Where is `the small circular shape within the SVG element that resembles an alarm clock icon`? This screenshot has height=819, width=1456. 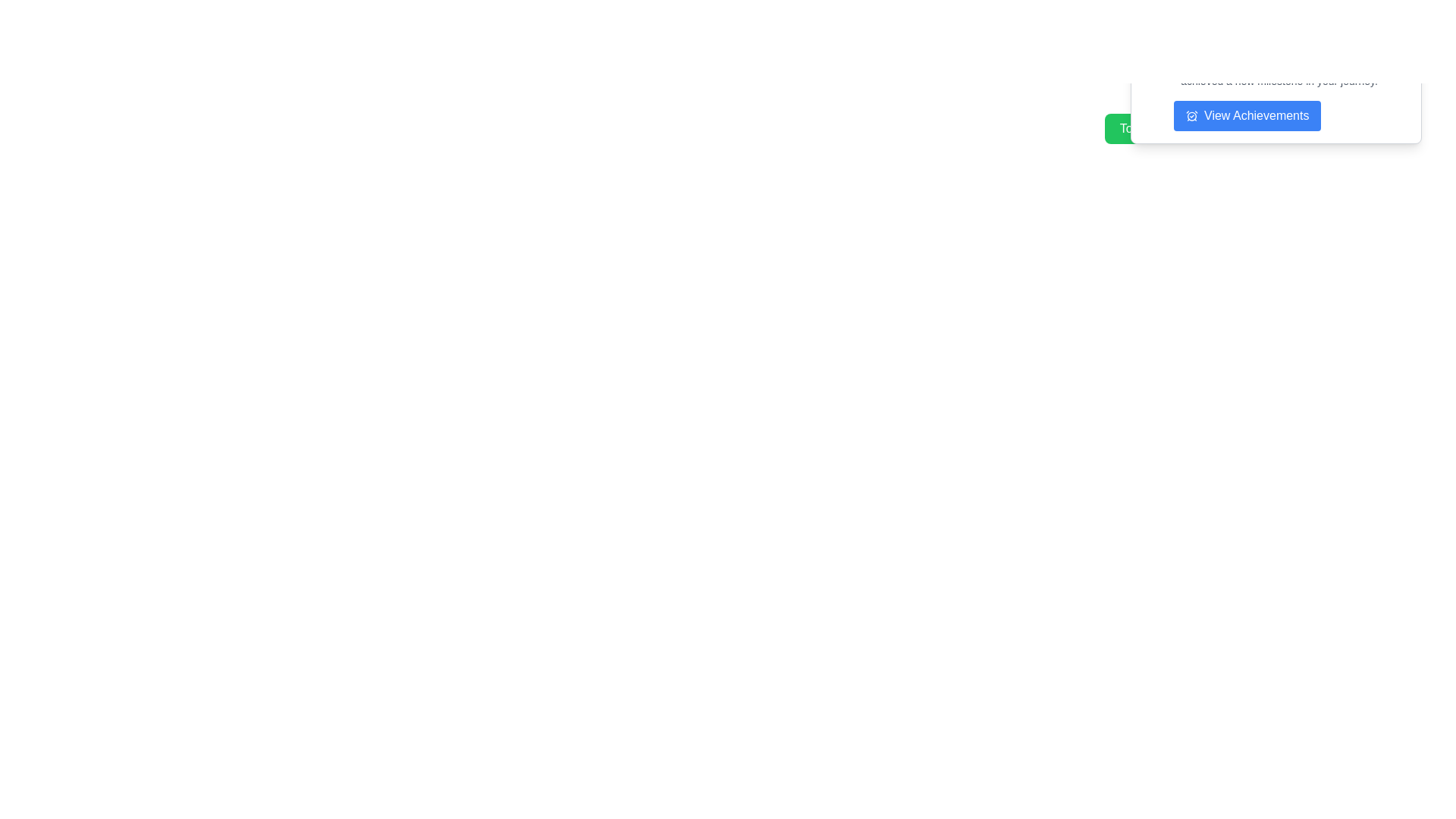 the small circular shape within the SVG element that resembles an alarm clock icon is located at coordinates (1191, 115).